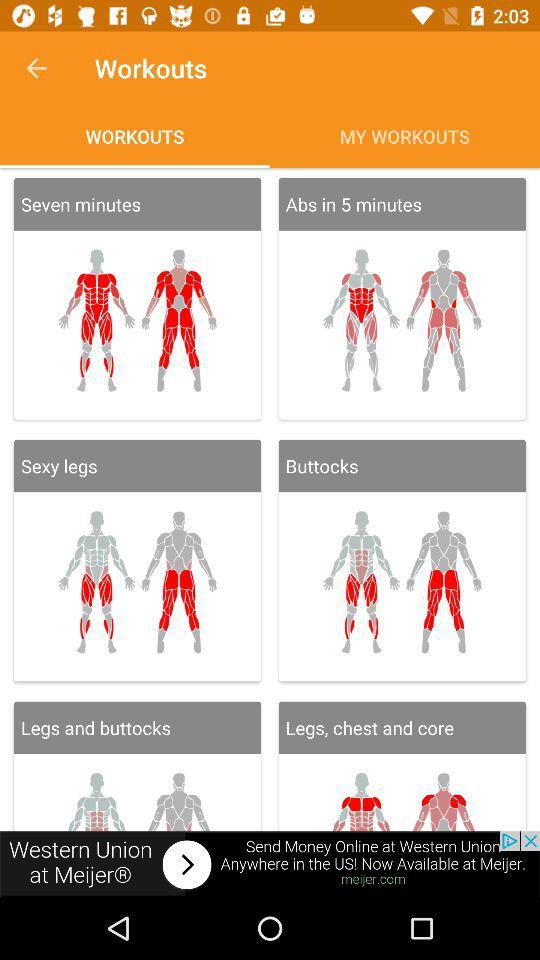 This screenshot has width=540, height=960. What do you see at coordinates (270, 863) in the screenshot?
I see `remove add` at bounding box center [270, 863].